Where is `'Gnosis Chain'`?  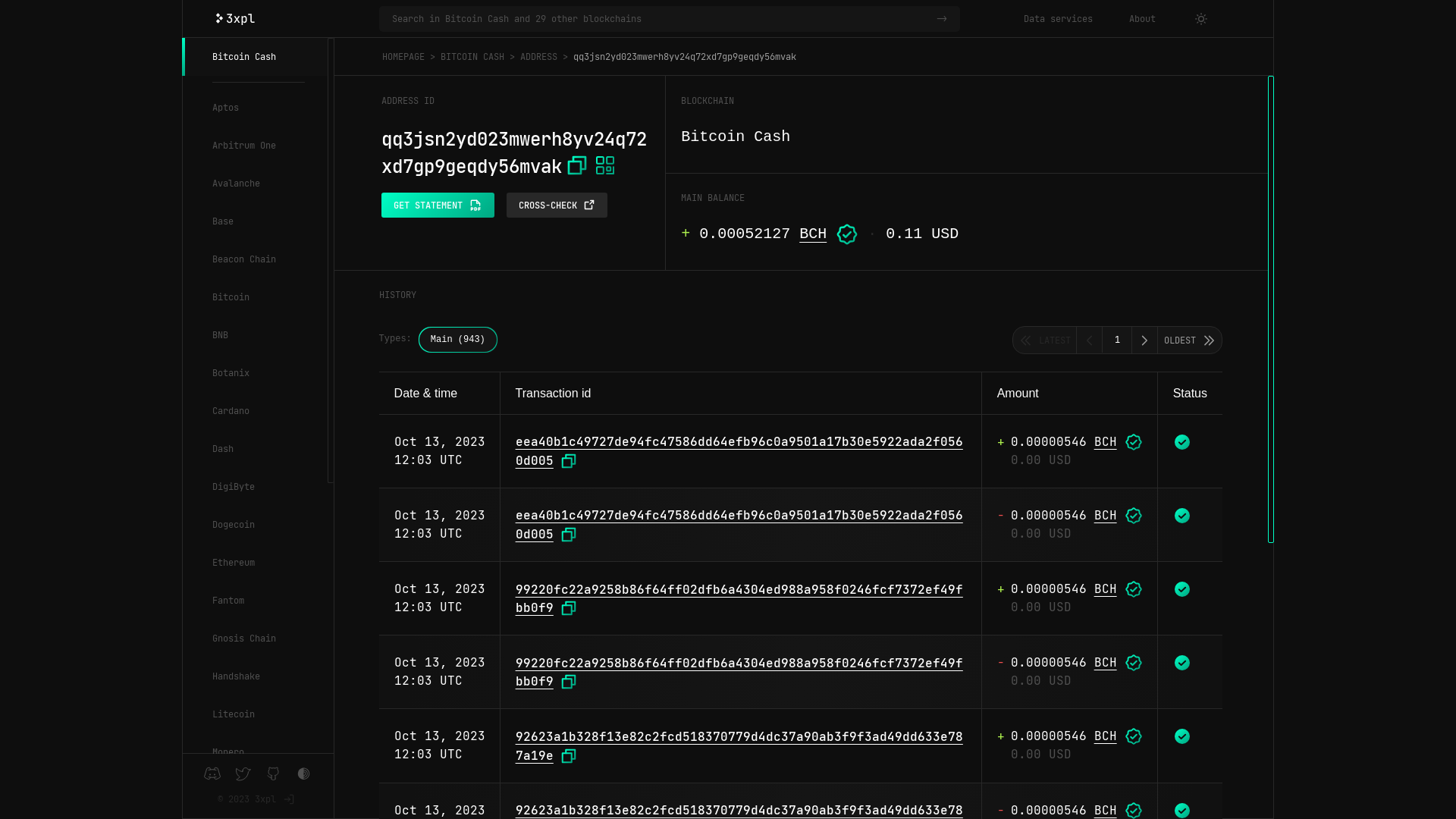
'Gnosis Chain' is located at coordinates (255, 638).